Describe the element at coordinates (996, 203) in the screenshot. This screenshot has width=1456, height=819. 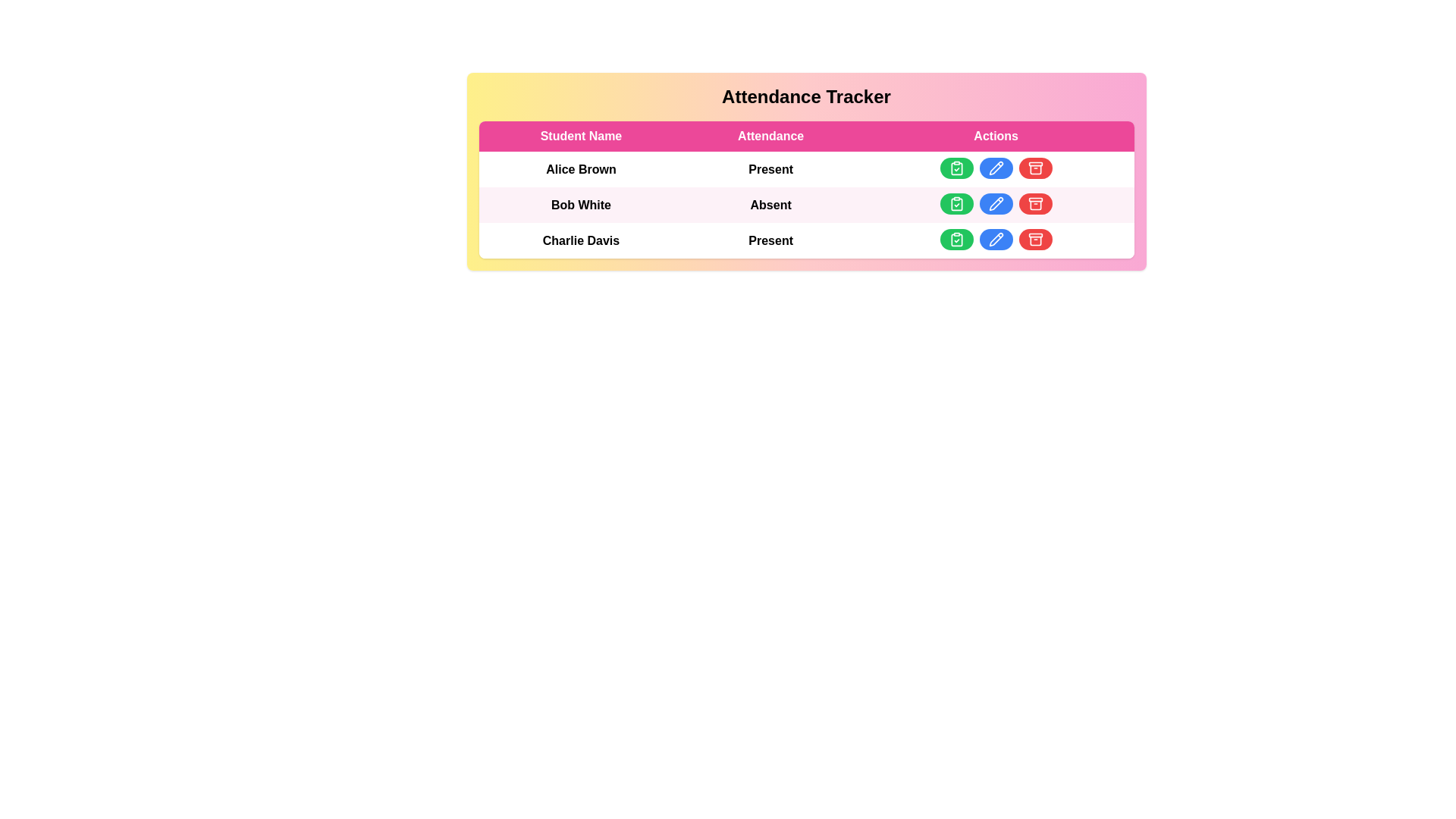
I see `'edit details' button for the student Bob White` at that location.